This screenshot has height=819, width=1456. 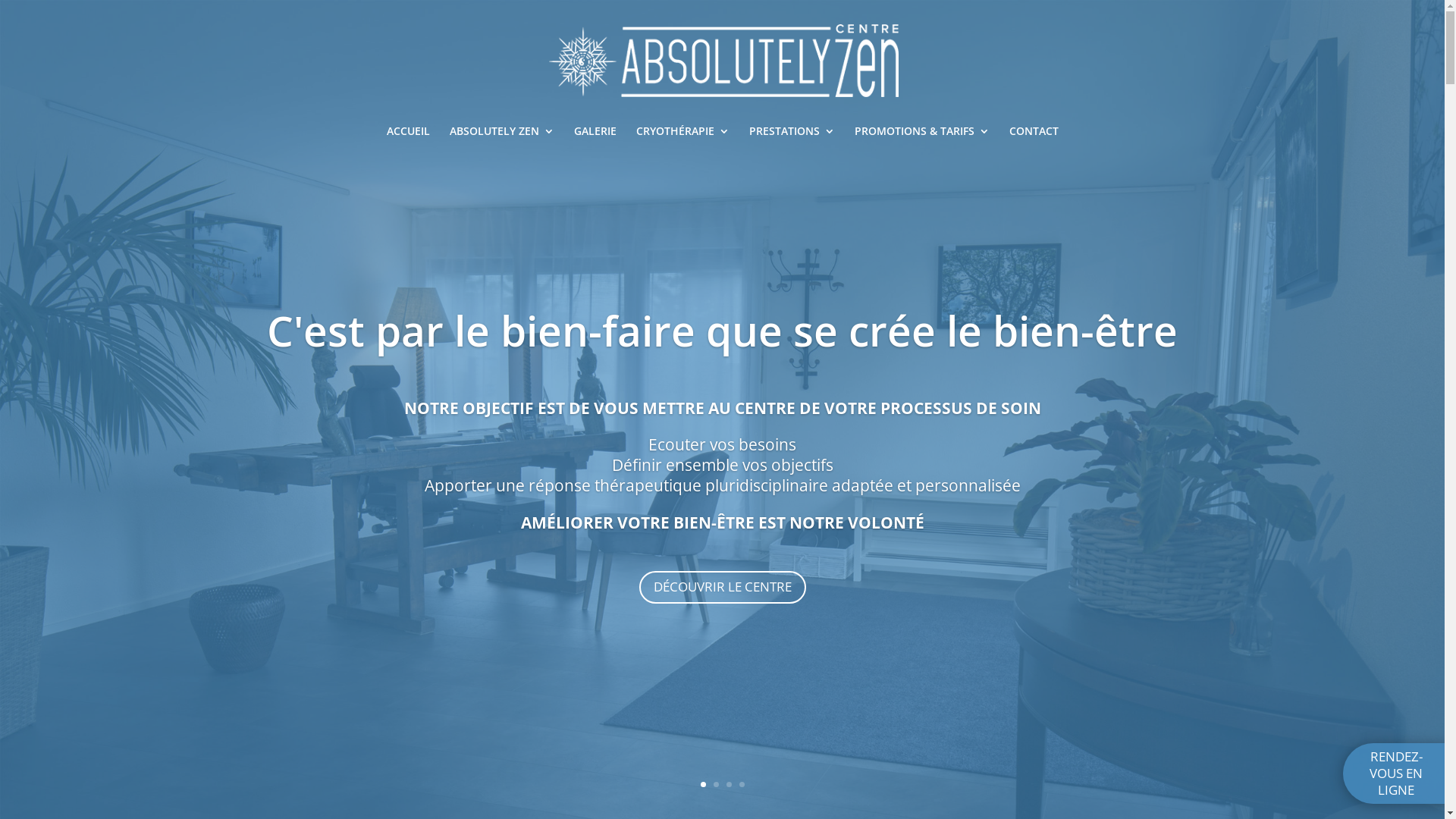 What do you see at coordinates (1032, 136) in the screenshot?
I see `'CONTACT'` at bounding box center [1032, 136].